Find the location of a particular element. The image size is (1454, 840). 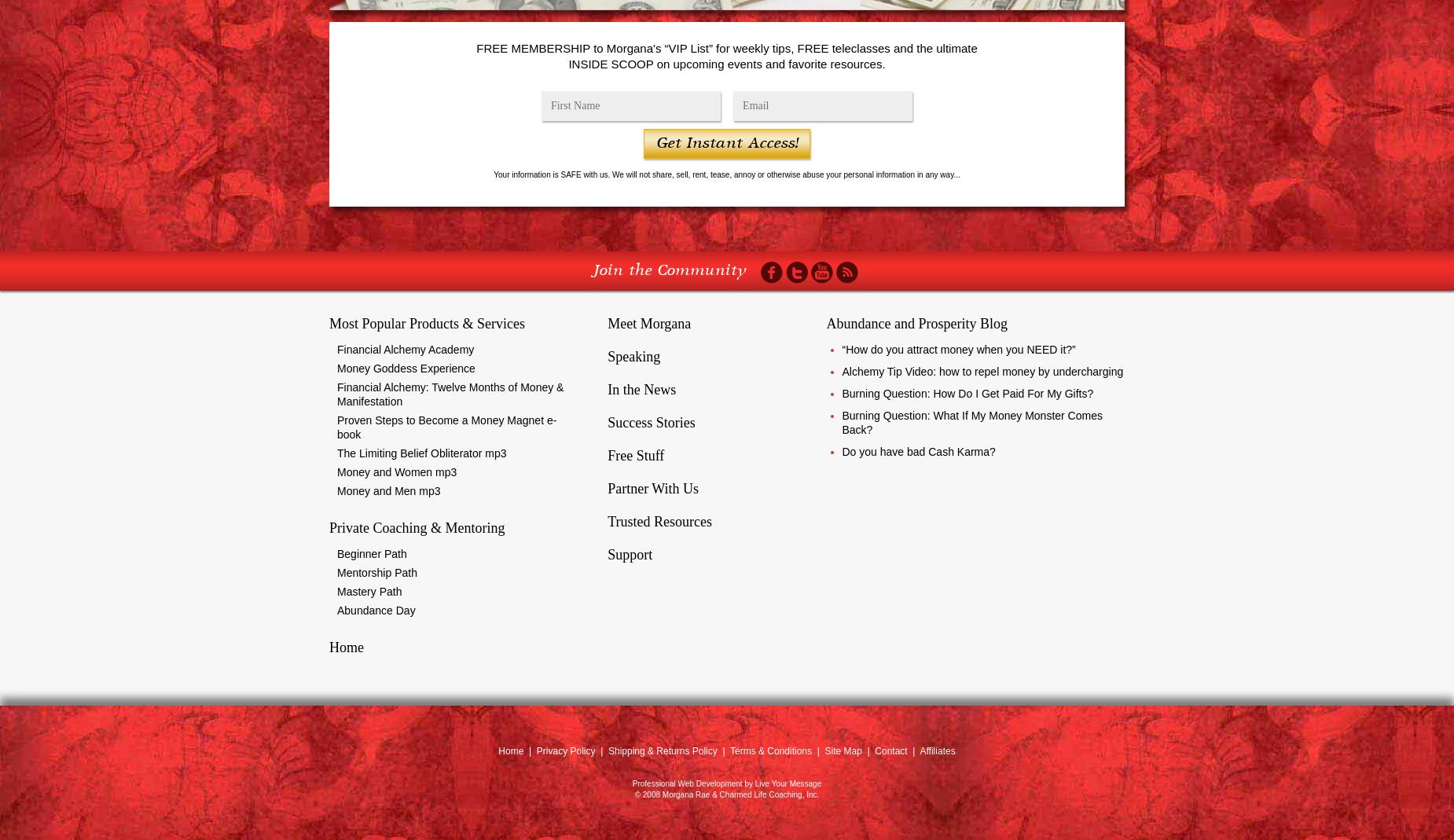

'Affiliates' is located at coordinates (936, 750).